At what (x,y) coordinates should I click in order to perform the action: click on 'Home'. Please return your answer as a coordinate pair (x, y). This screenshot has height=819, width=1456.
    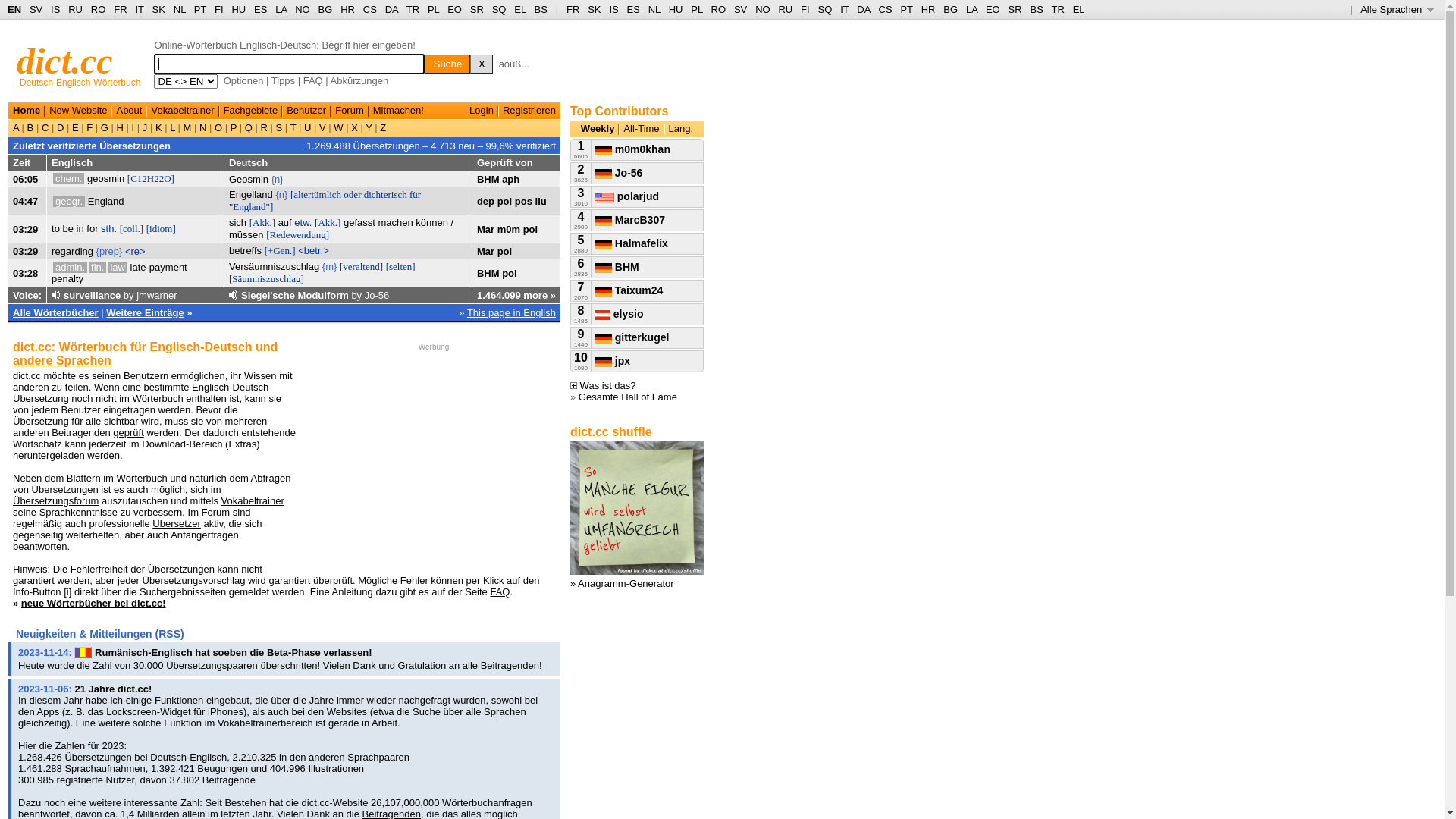
    Looking at the image, I should click on (26, 109).